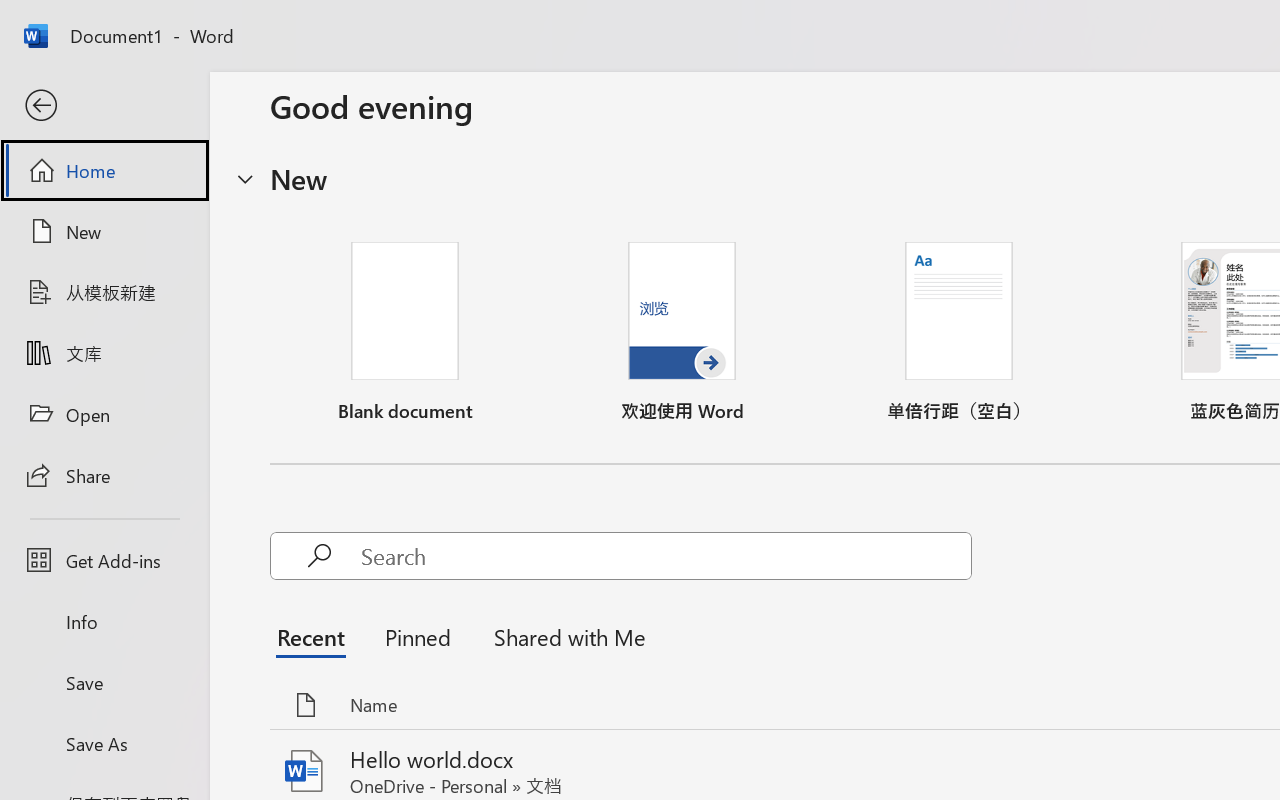 The image size is (1280, 800). I want to click on 'Pinned', so click(416, 635).